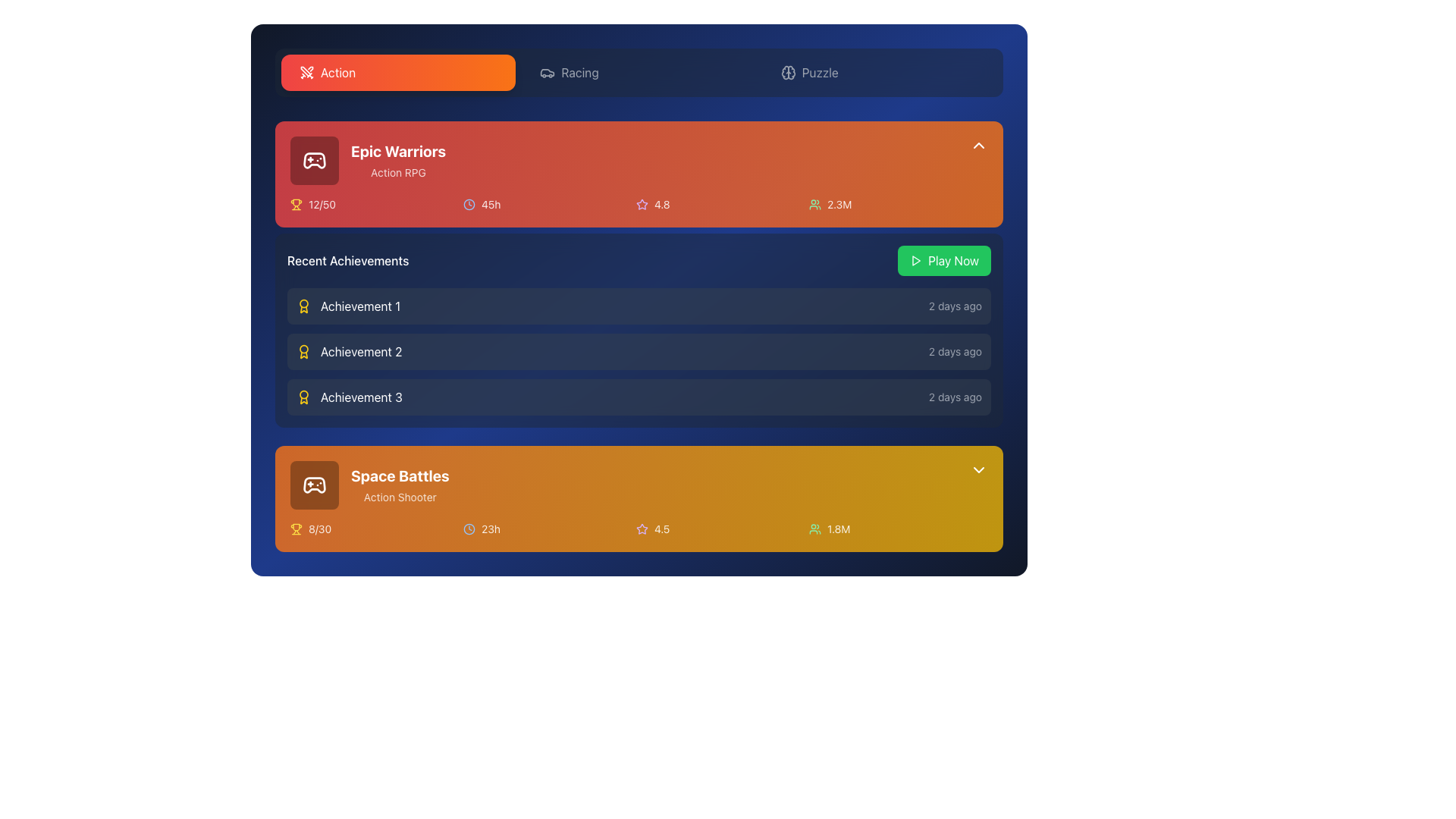 Image resolution: width=1456 pixels, height=819 pixels. What do you see at coordinates (954, 306) in the screenshot?
I see `the Text element that conveys the time since the action or achievement occurred, located on the right side of the 'Recent Achievements' list` at bounding box center [954, 306].